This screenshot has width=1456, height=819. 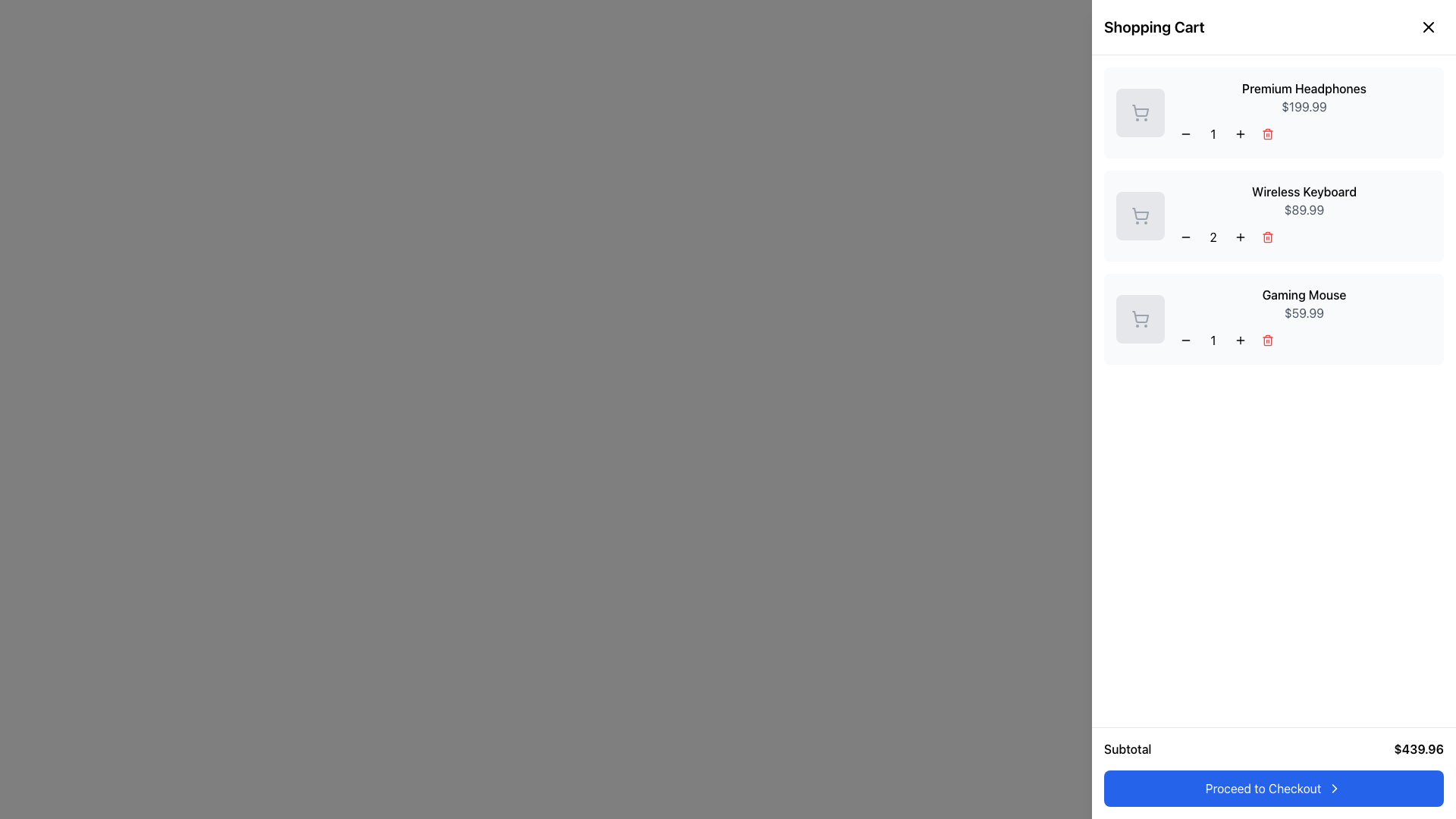 What do you see at coordinates (1303, 191) in the screenshot?
I see `the text label displaying 'Wireless Keyboard' located in the second row of the shopping cart section, positioned above the price information of the item` at bounding box center [1303, 191].